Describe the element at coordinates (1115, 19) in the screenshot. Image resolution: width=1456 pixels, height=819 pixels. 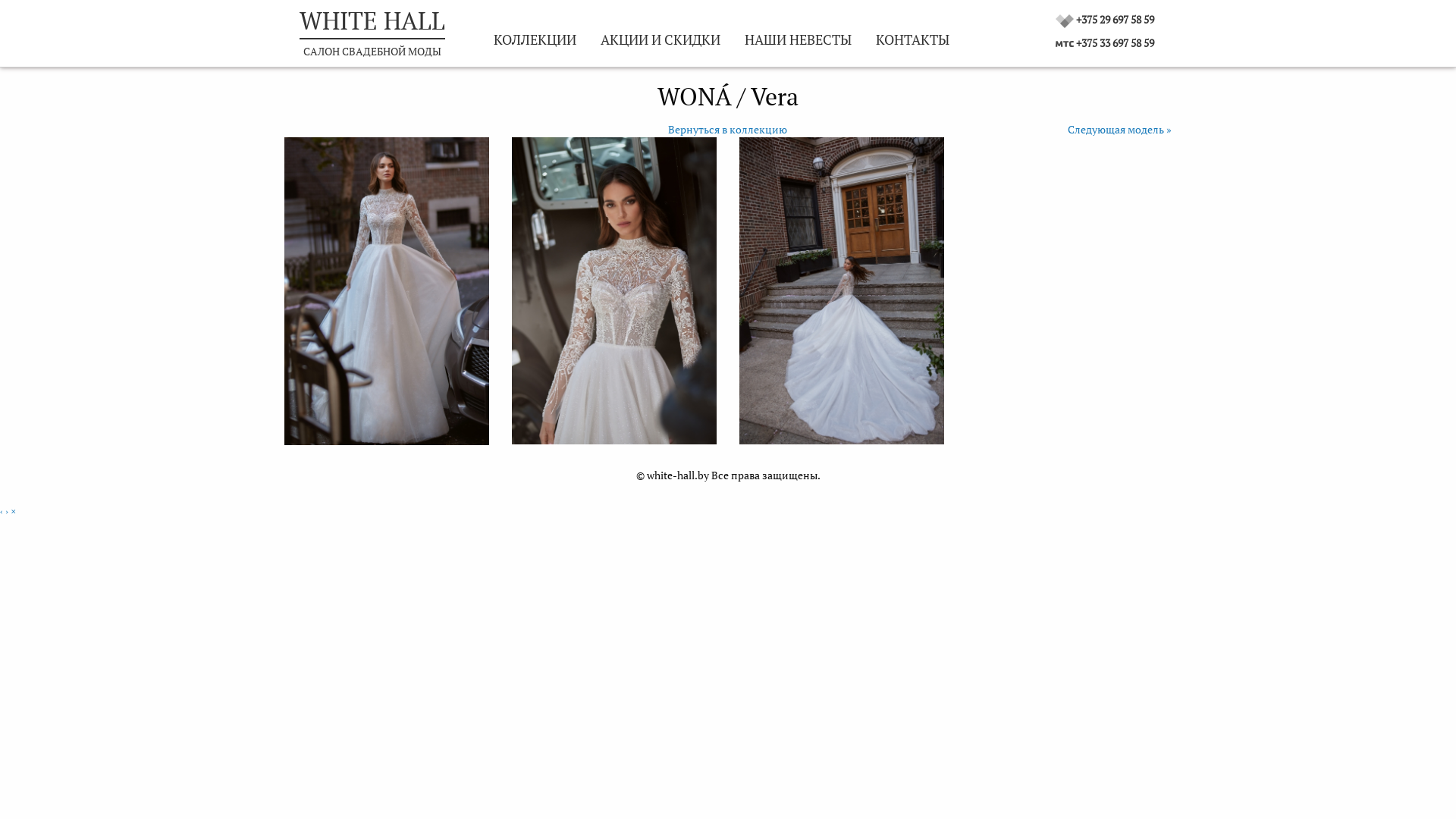
I see `'+375 29 697 58 59'` at that location.